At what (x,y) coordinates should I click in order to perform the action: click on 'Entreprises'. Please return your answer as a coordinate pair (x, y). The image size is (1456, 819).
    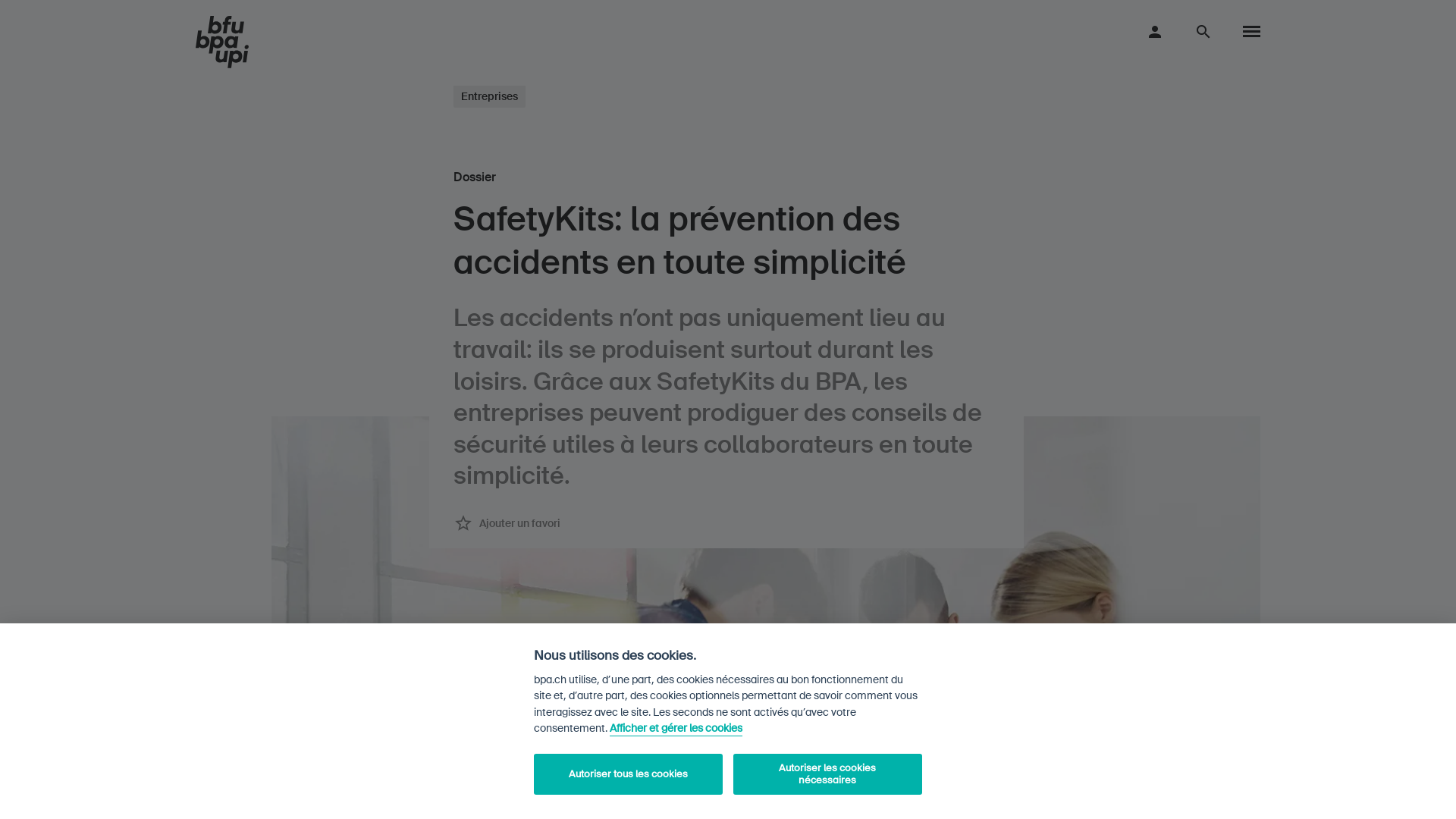
    Looking at the image, I should click on (453, 96).